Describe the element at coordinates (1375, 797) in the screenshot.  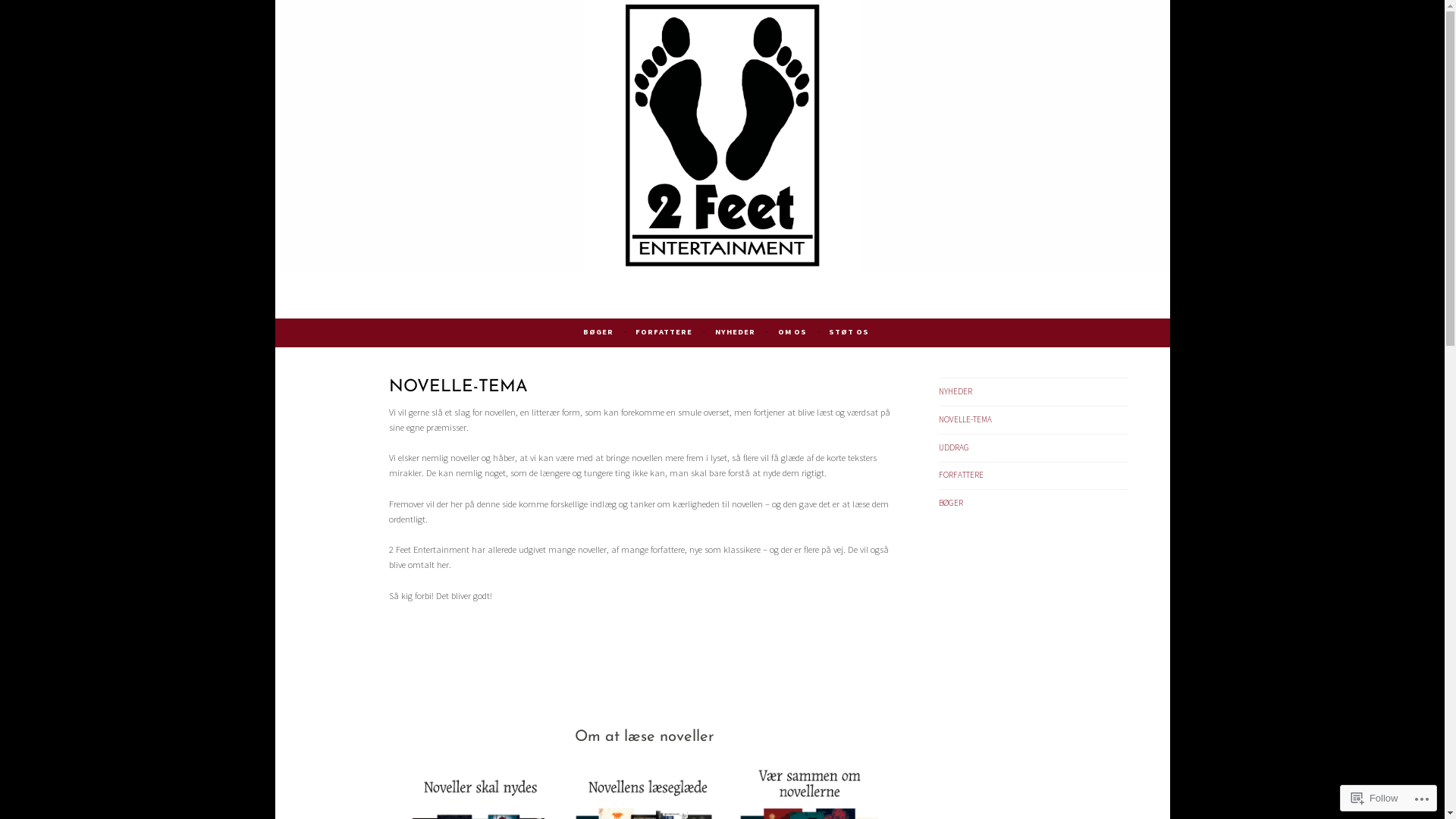
I see `'Follow'` at that location.